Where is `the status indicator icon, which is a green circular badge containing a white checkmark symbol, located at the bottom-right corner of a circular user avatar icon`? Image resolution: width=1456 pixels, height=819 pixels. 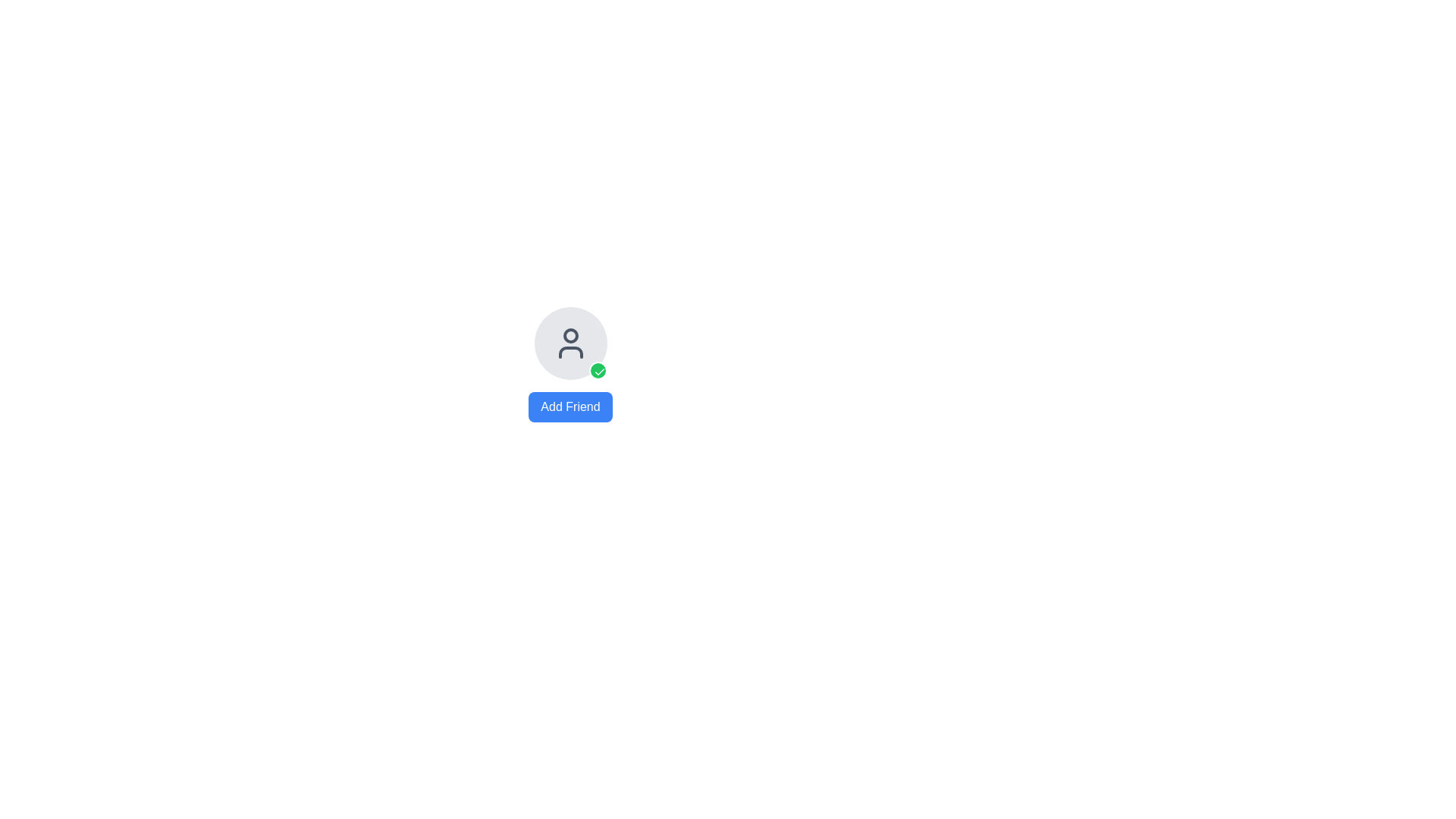 the status indicator icon, which is a green circular badge containing a white checkmark symbol, located at the bottom-right corner of a circular user avatar icon is located at coordinates (598, 372).